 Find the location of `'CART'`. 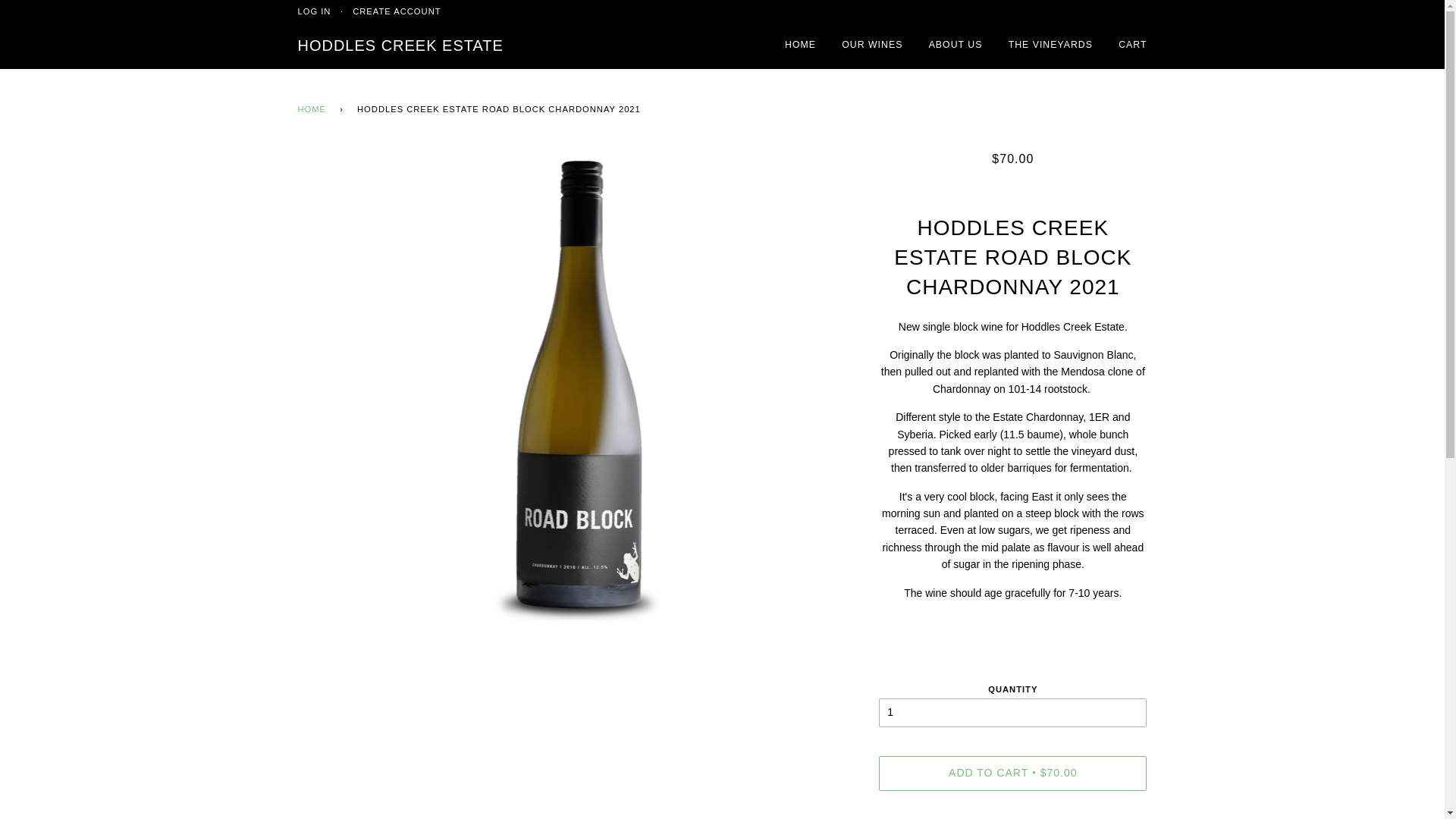

'CART' is located at coordinates (1132, 45).